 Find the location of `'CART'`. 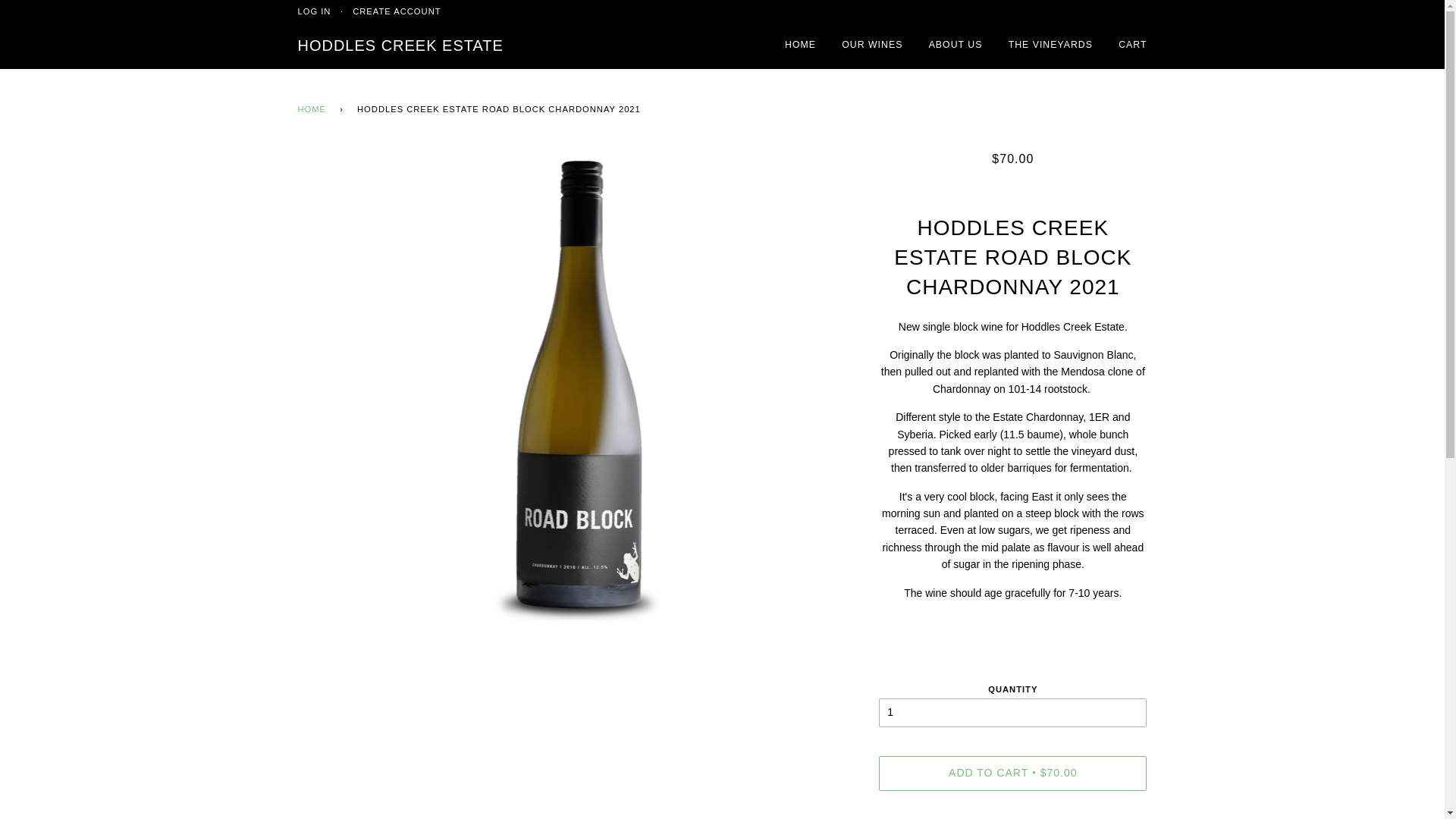

'CART' is located at coordinates (1132, 45).